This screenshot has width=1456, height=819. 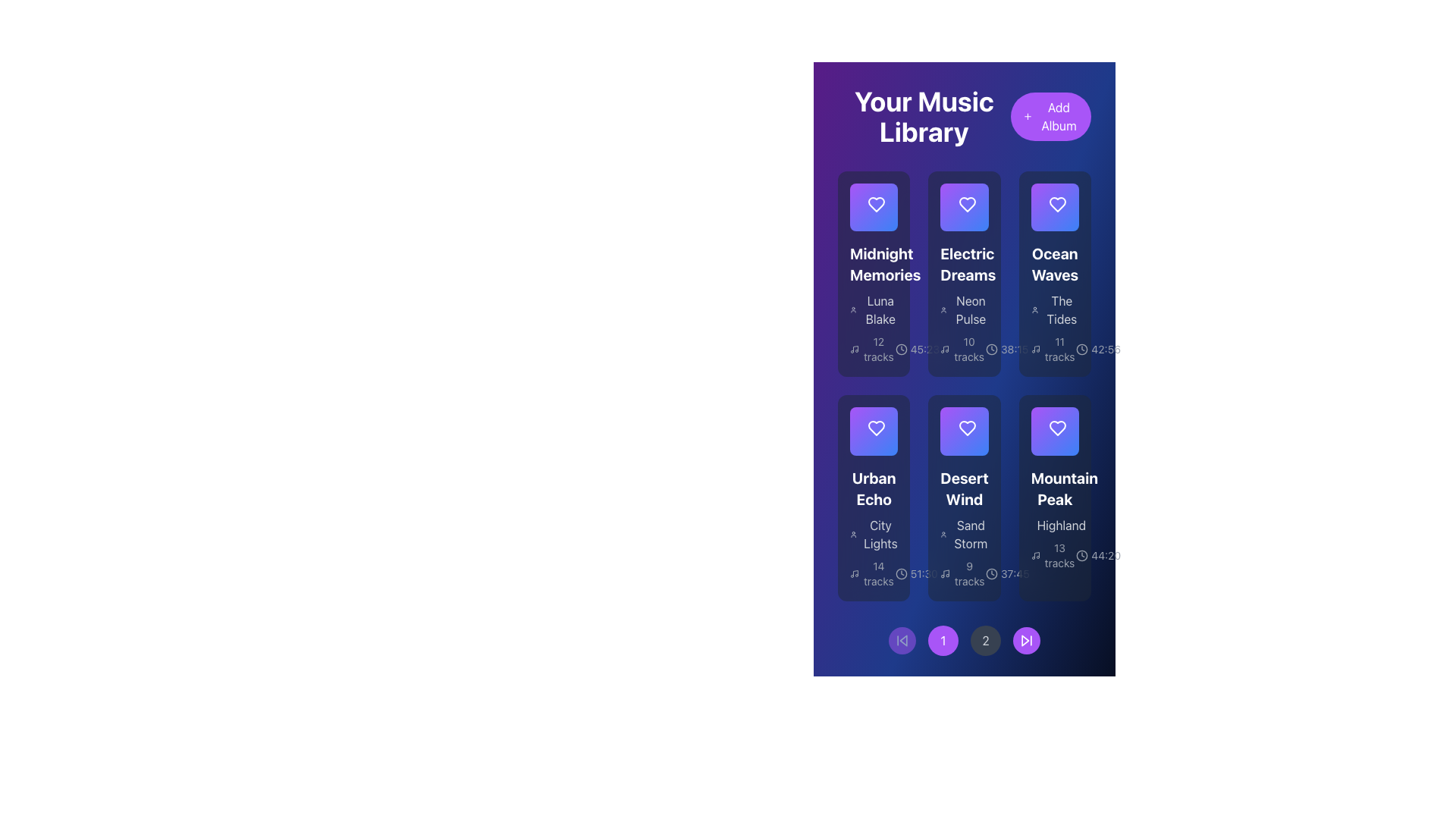 I want to click on the skip-forward button with a purple circular background located at the bottom right of the control panel, so click(x=1026, y=640).